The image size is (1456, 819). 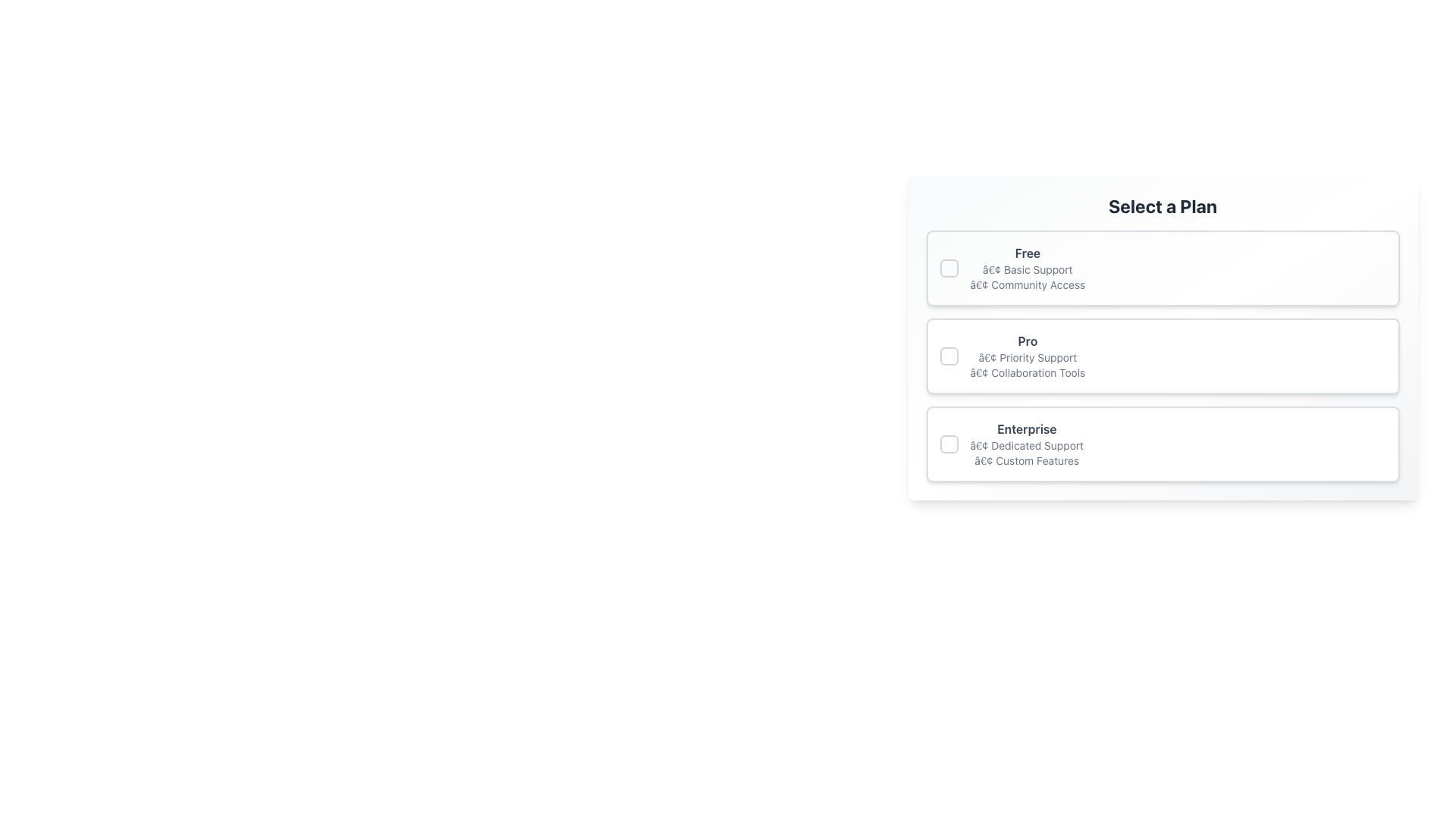 I want to click on the text block within the Pro subscription card that features a bold heading 'Pro' and bullet points 'Priority Support' and 'Collaboration Tools', so click(x=1028, y=356).